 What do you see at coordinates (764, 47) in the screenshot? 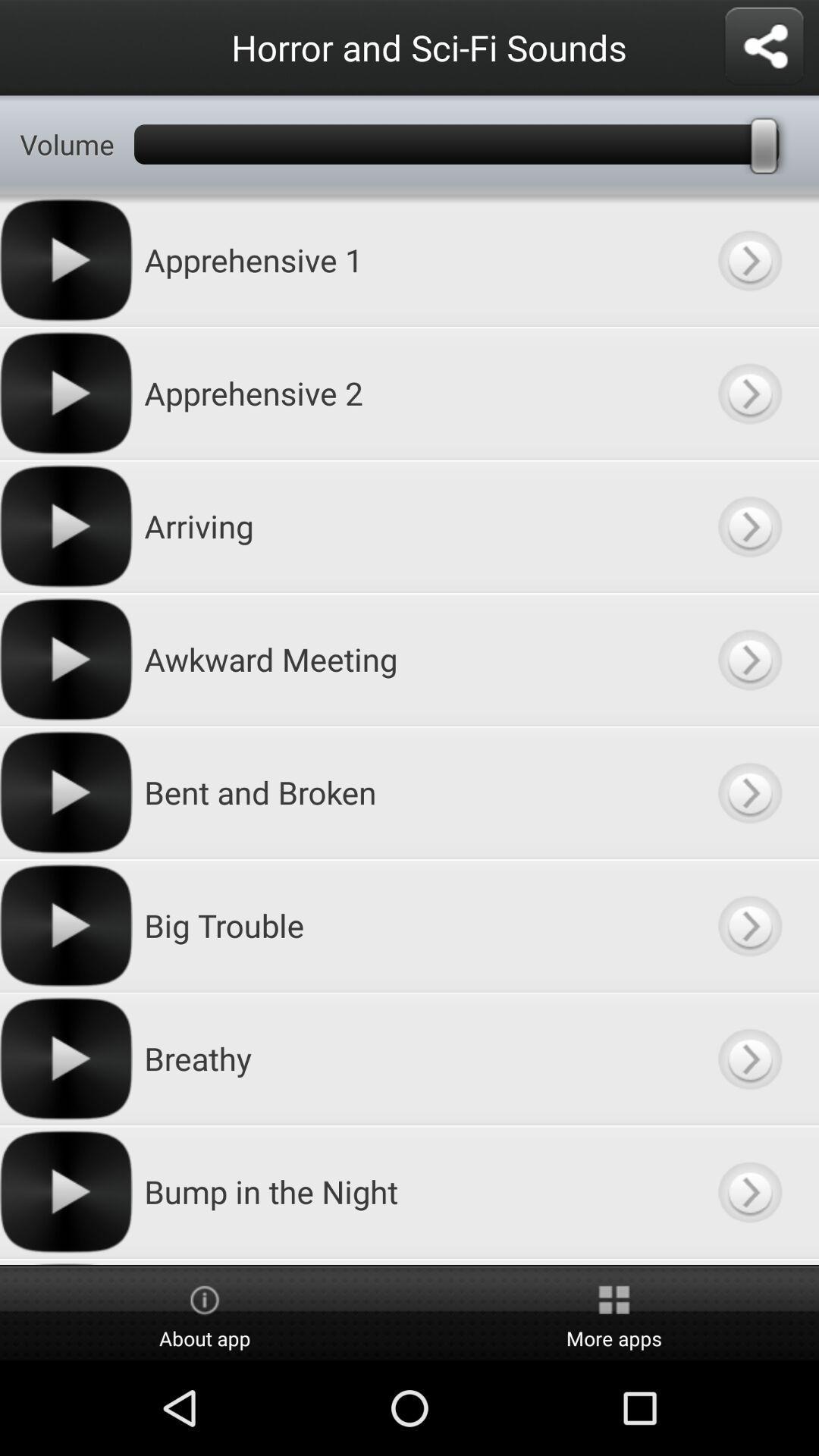
I see `share list` at bounding box center [764, 47].